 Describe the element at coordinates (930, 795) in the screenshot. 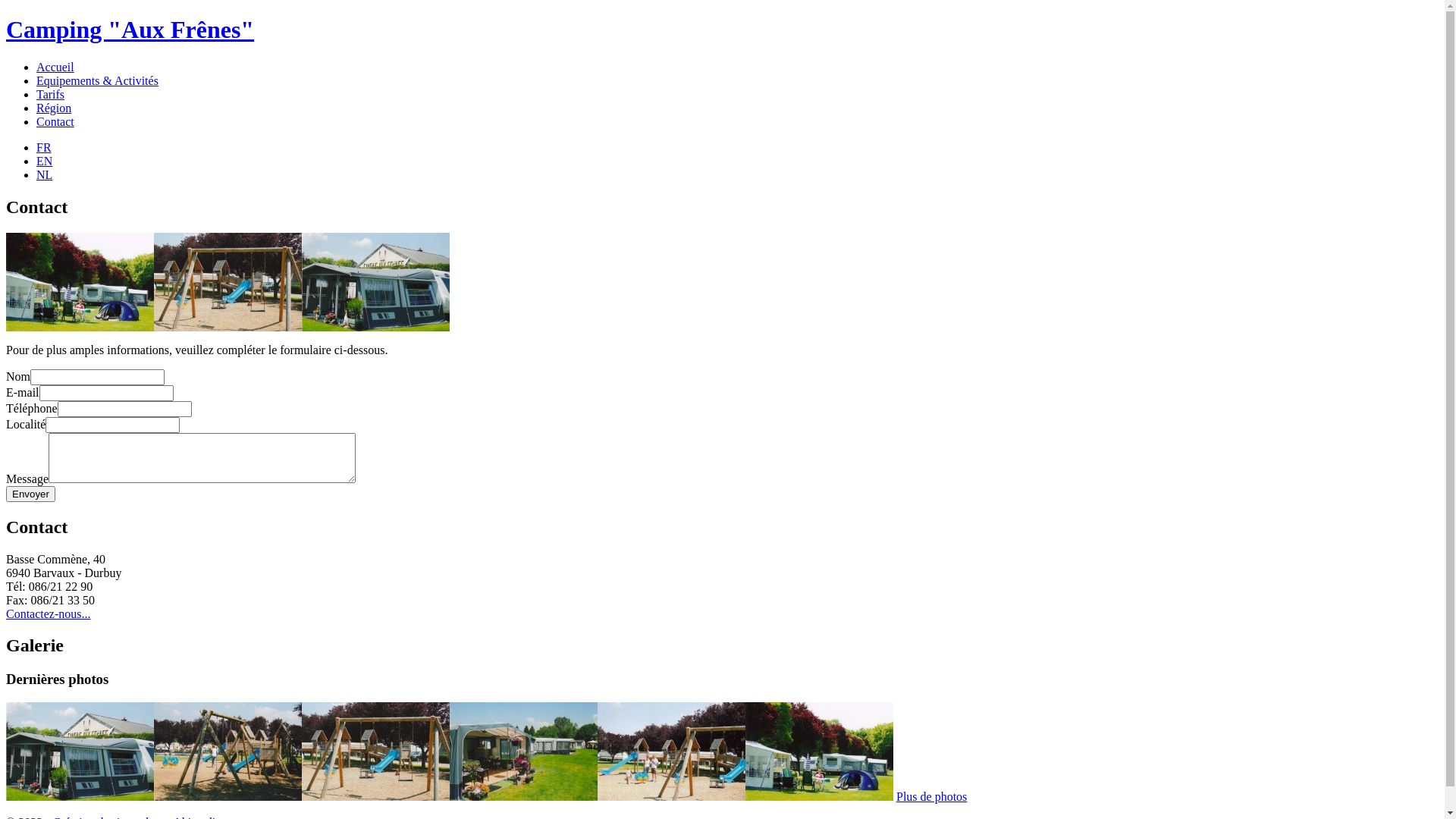

I see `'Plus de photos'` at that location.